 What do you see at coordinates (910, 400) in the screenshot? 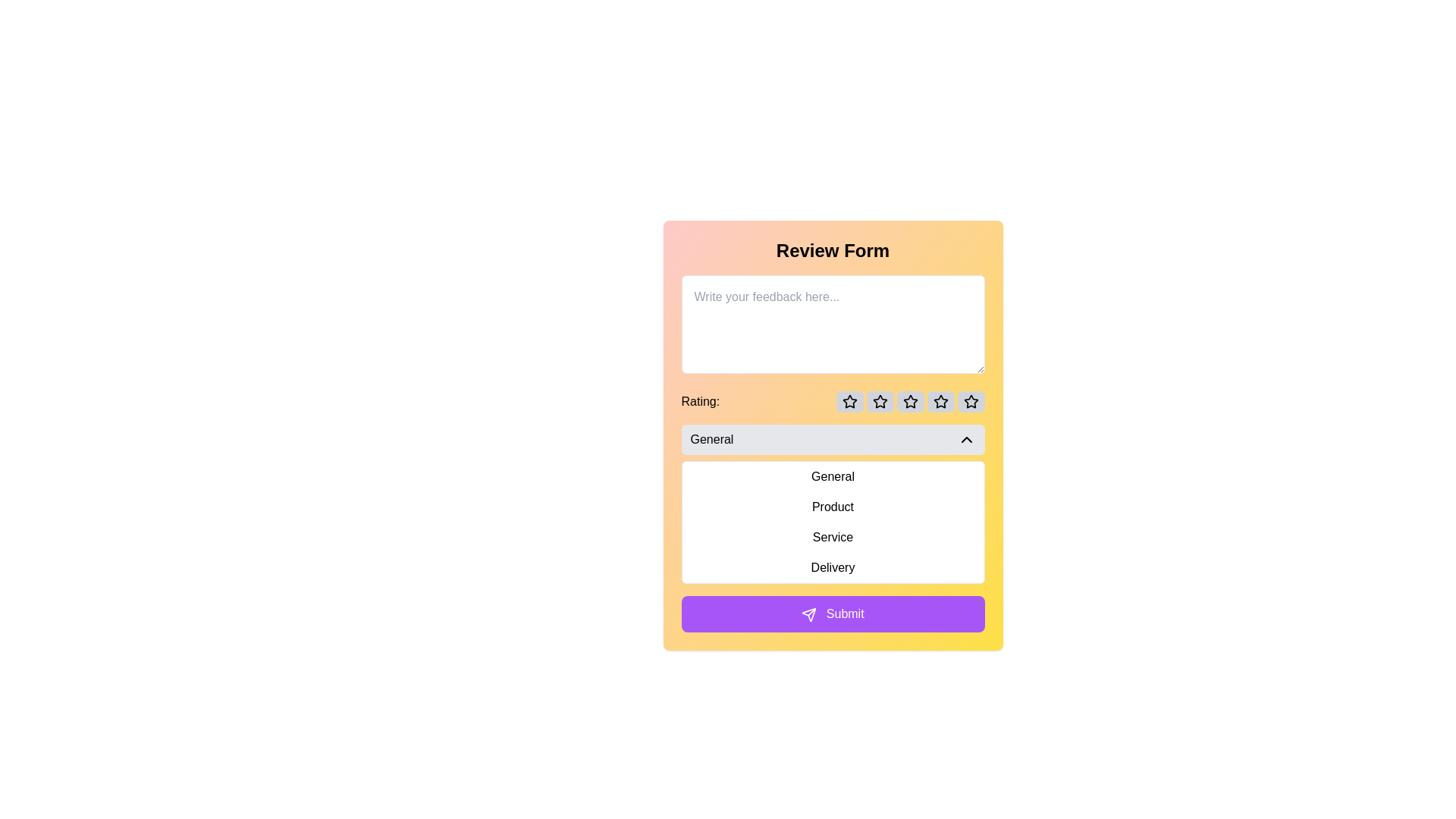
I see `the interactive star-shaped icon with a black outline and gray background, located below the 'Rating:' label` at bounding box center [910, 400].